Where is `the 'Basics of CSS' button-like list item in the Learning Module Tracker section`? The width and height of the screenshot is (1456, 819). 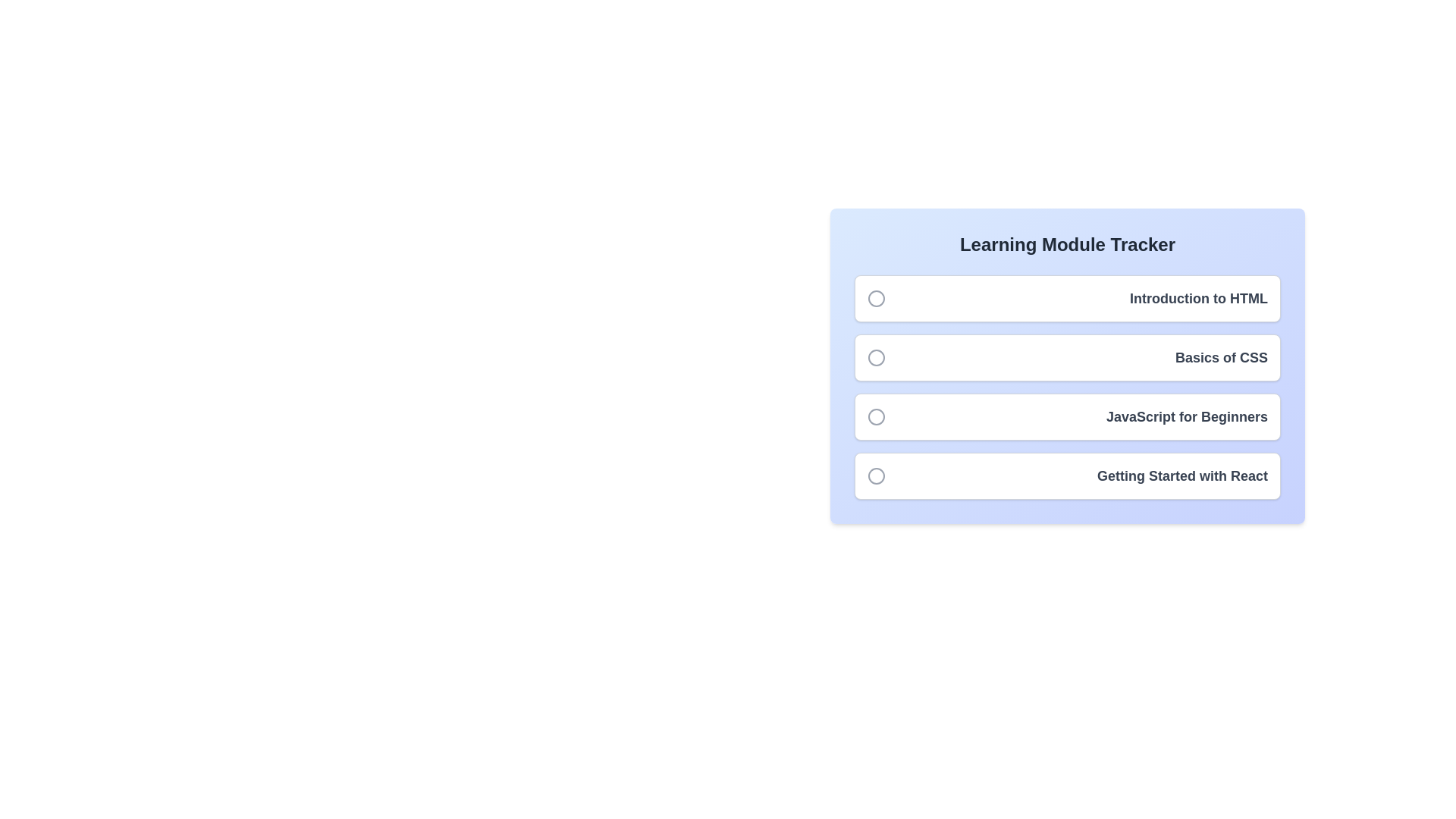 the 'Basics of CSS' button-like list item in the Learning Module Tracker section is located at coordinates (1066, 357).